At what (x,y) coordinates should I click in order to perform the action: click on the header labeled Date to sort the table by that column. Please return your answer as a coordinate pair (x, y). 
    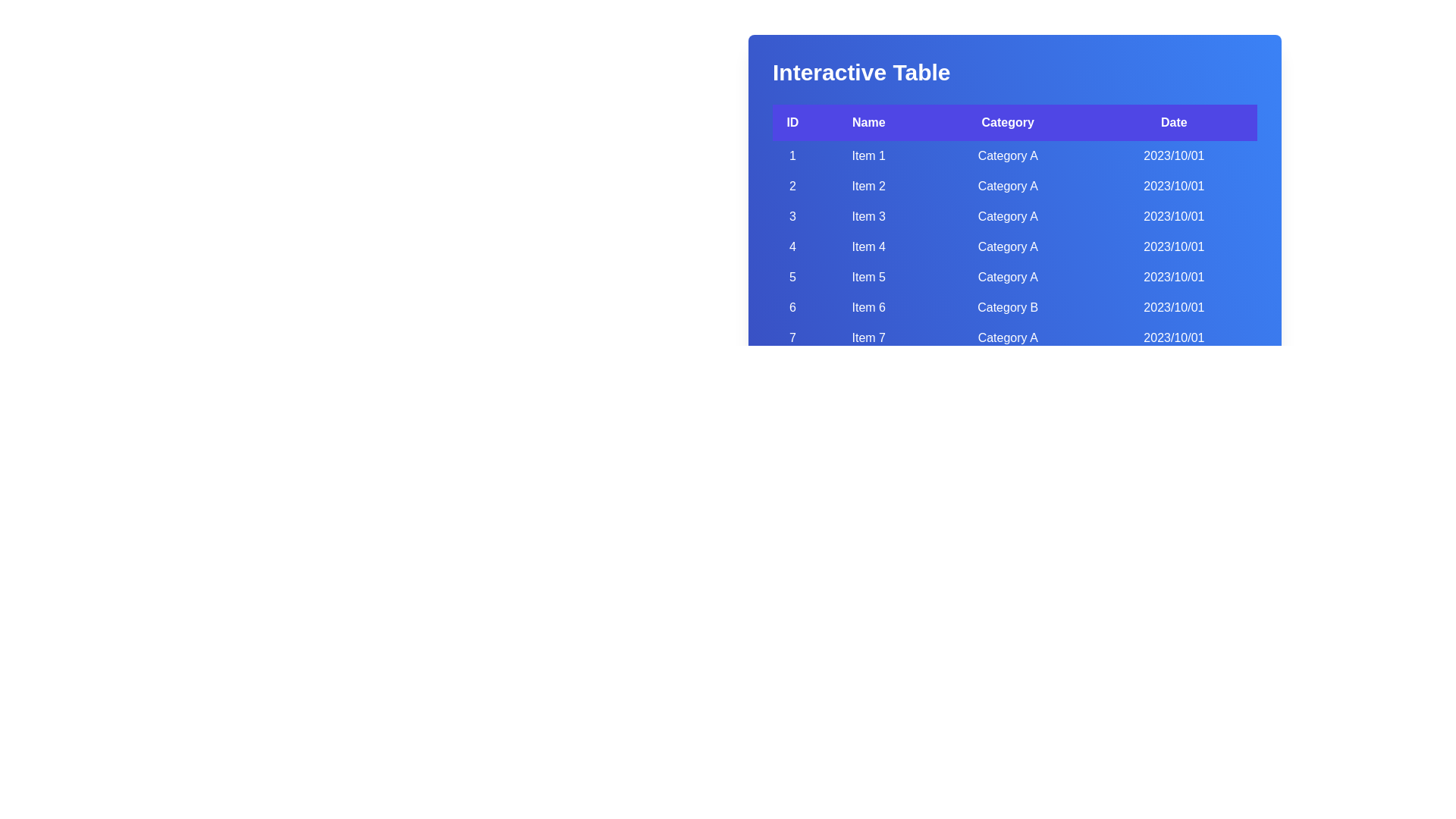
    Looking at the image, I should click on (1173, 122).